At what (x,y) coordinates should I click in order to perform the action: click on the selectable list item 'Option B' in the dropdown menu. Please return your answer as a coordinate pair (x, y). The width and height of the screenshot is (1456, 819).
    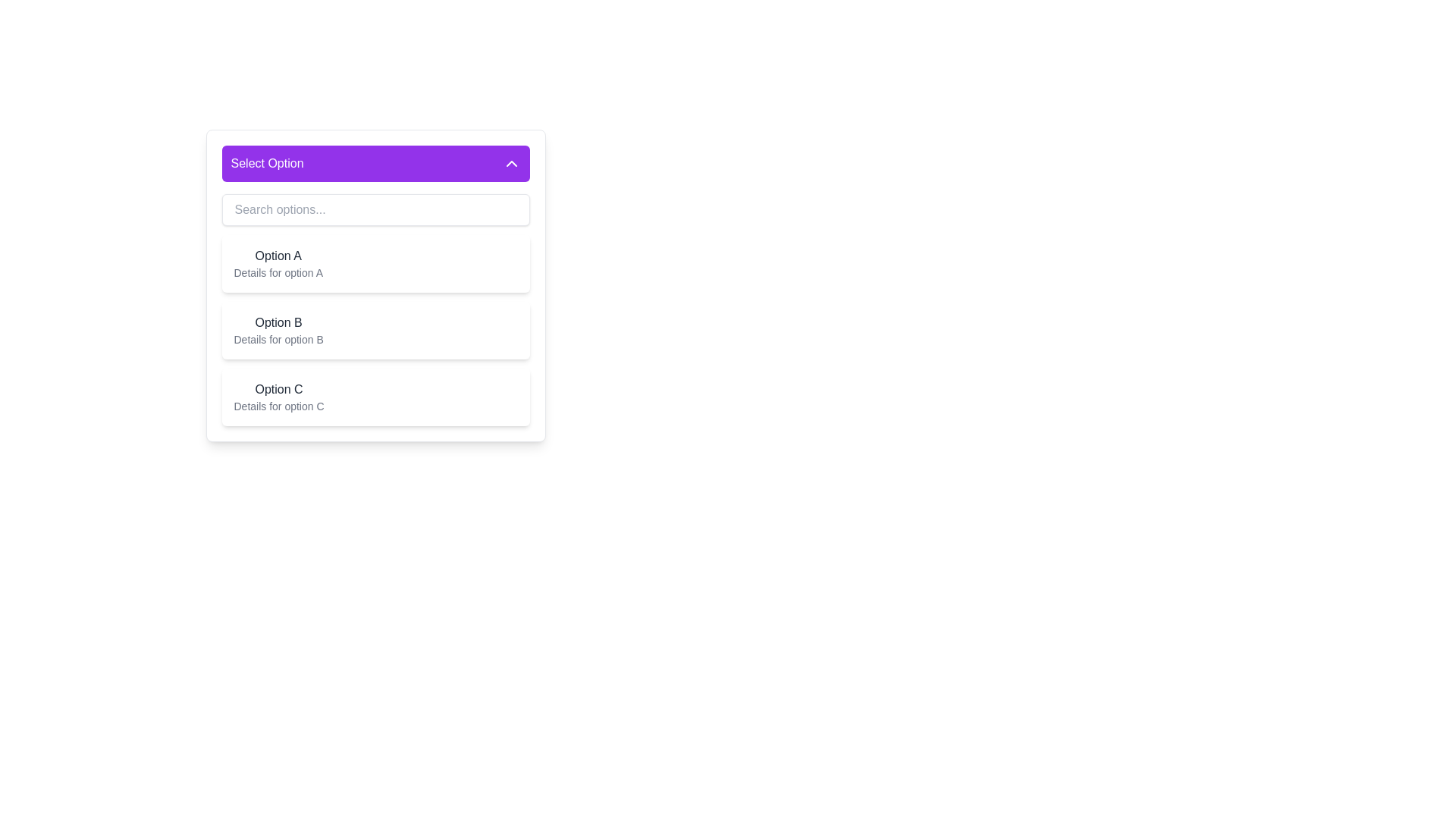
    Looking at the image, I should click on (278, 329).